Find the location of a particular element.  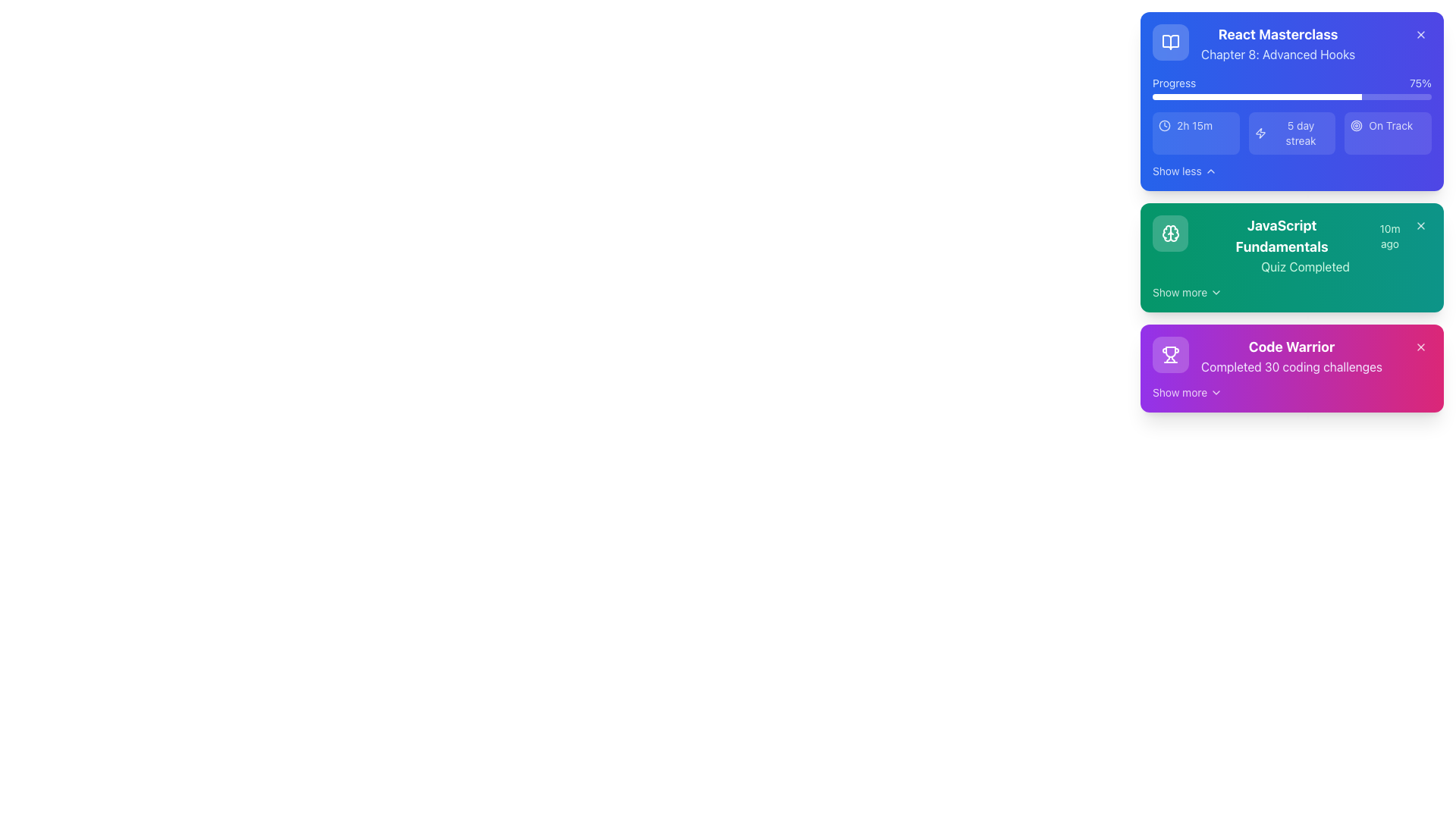

the circular close button with an 'X' icon located in the top-right corner of the 'Code Warrior' section card, which indicates a dismissal action is located at coordinates (1420, 347).